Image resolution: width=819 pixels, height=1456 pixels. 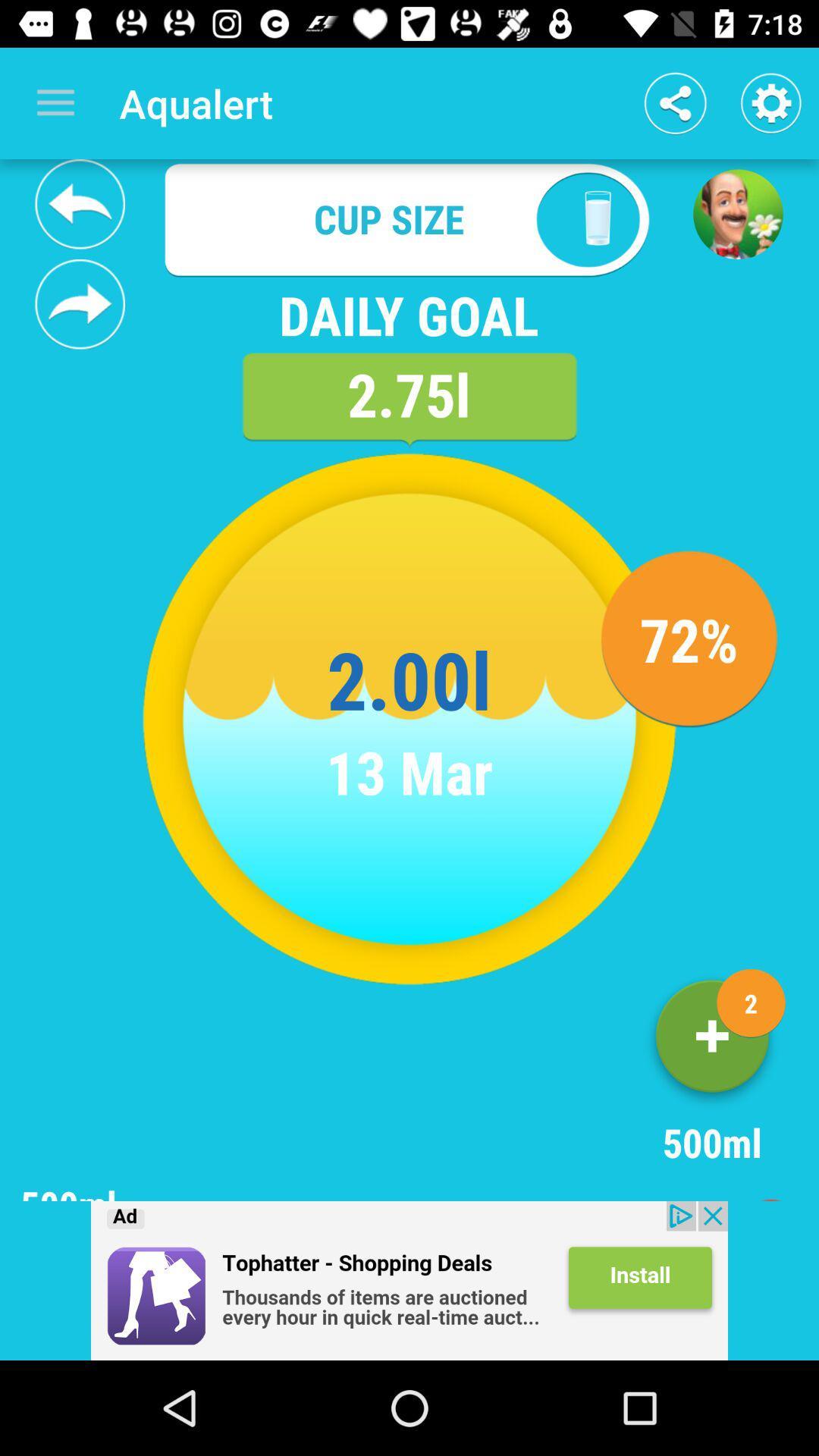 What do you see at coordinates (409, 218) in the screenshot?
I see `cup size field which is above daily goal` at bounding box center [409, 218].